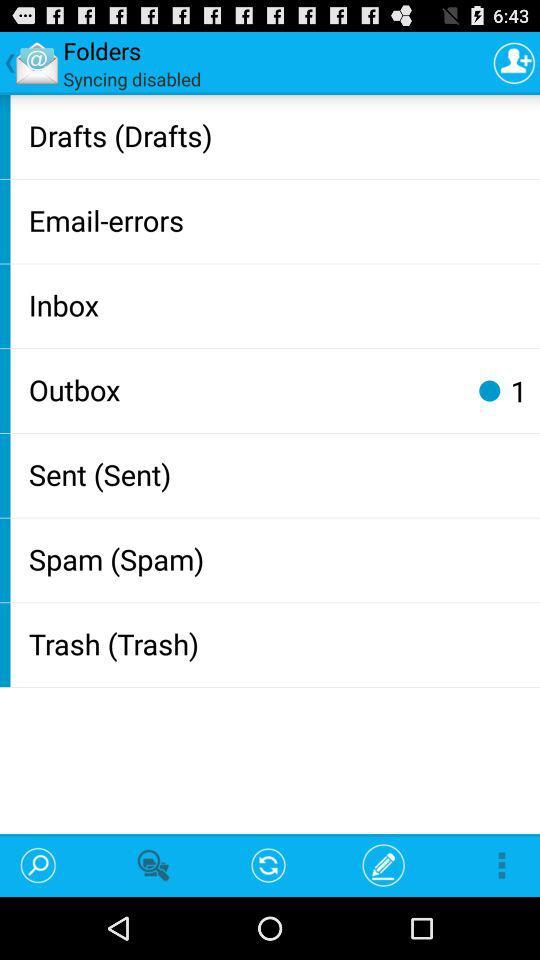  Describe the element at coordinates (514, 62) in the screenshot. I see `the icon above the drafts (drafts) item` at that location.